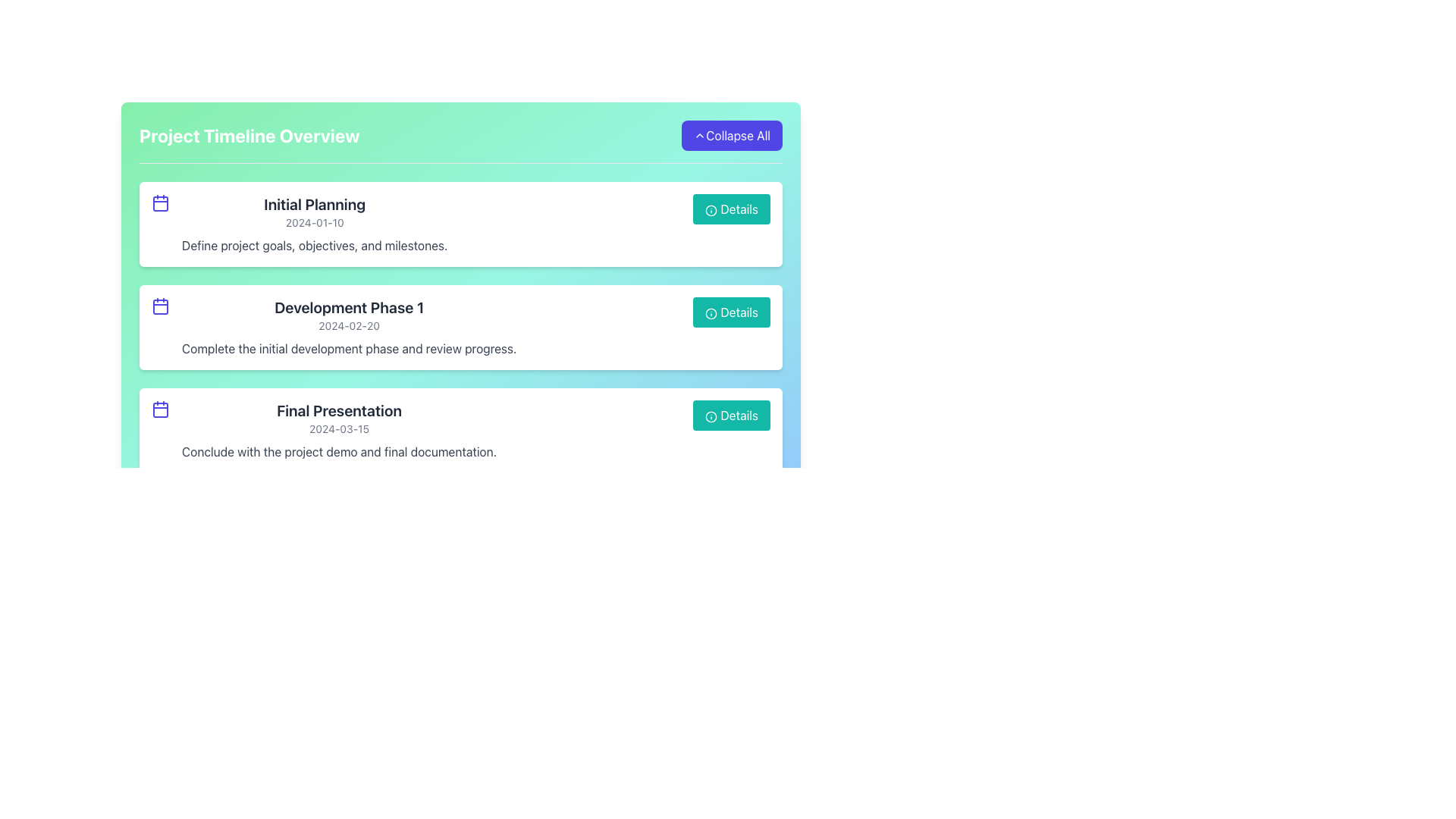 Image resolution: width=1456 pixels, height=819 pixels. What do you see at coordinates (338, 429) in the screenshot?
I see `the static text label that represents the date for the timeline entry 'Final Presentation', located in the third timeline item` at bounding box center [338, 429].